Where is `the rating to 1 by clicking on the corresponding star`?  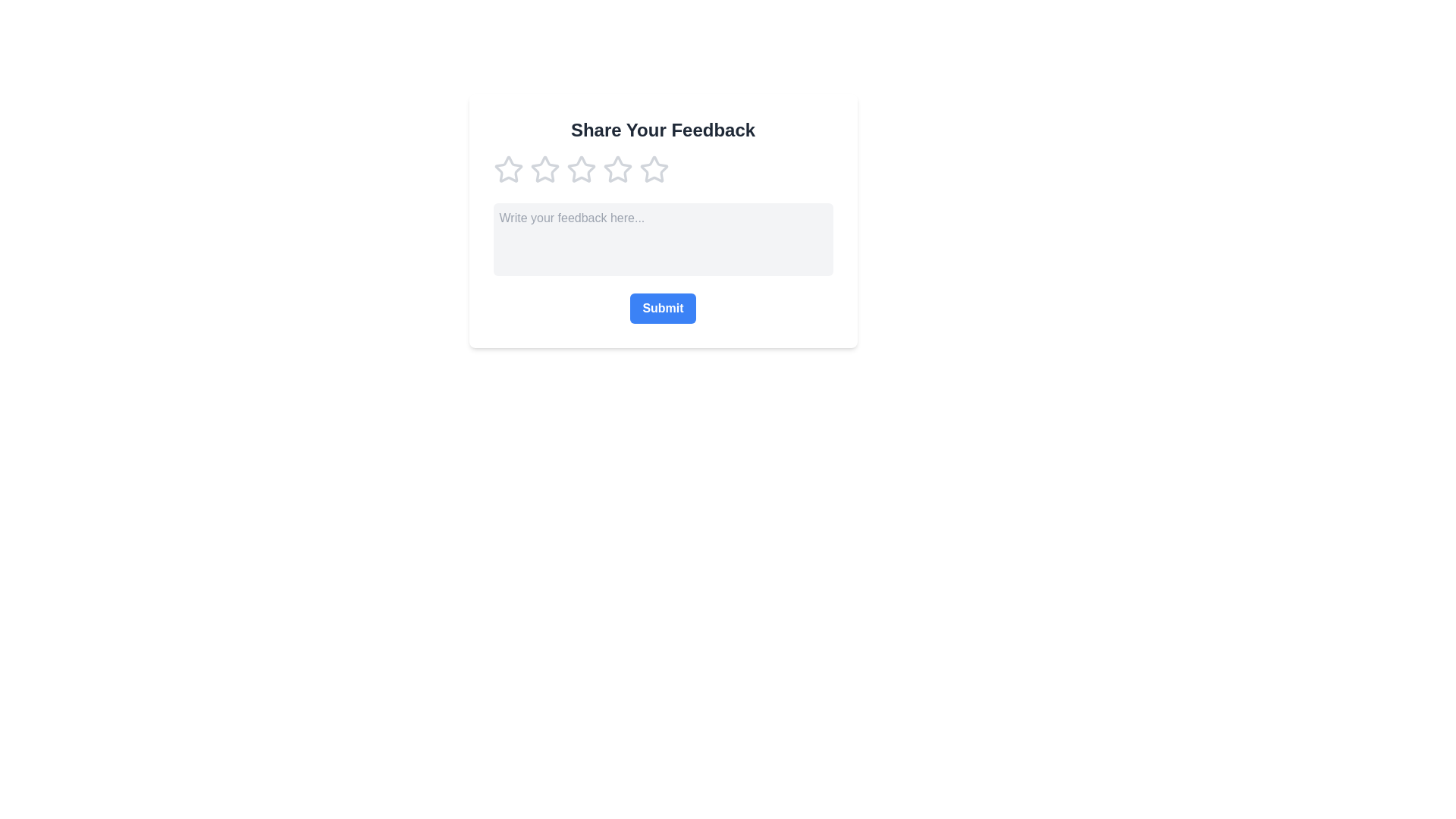
the rating to 1 by clicking on the corresponding star is located at coordinates (508, 169).